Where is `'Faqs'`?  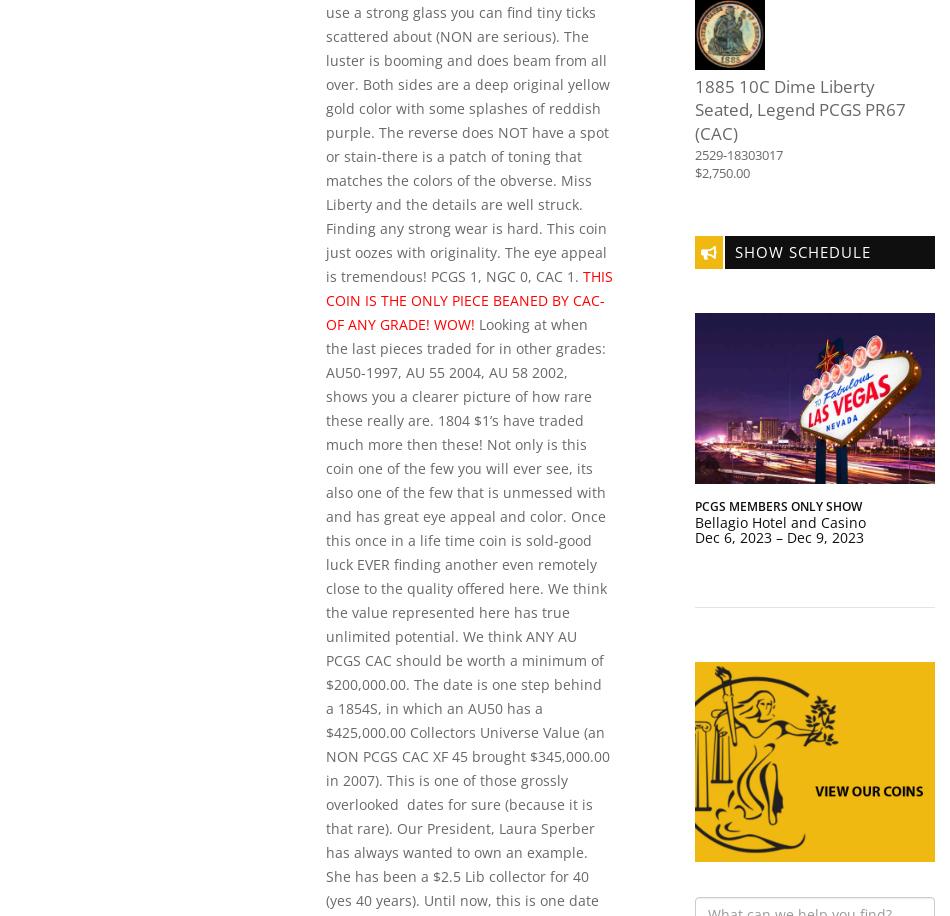
'Faqs' is located at coordinates (682, 113).